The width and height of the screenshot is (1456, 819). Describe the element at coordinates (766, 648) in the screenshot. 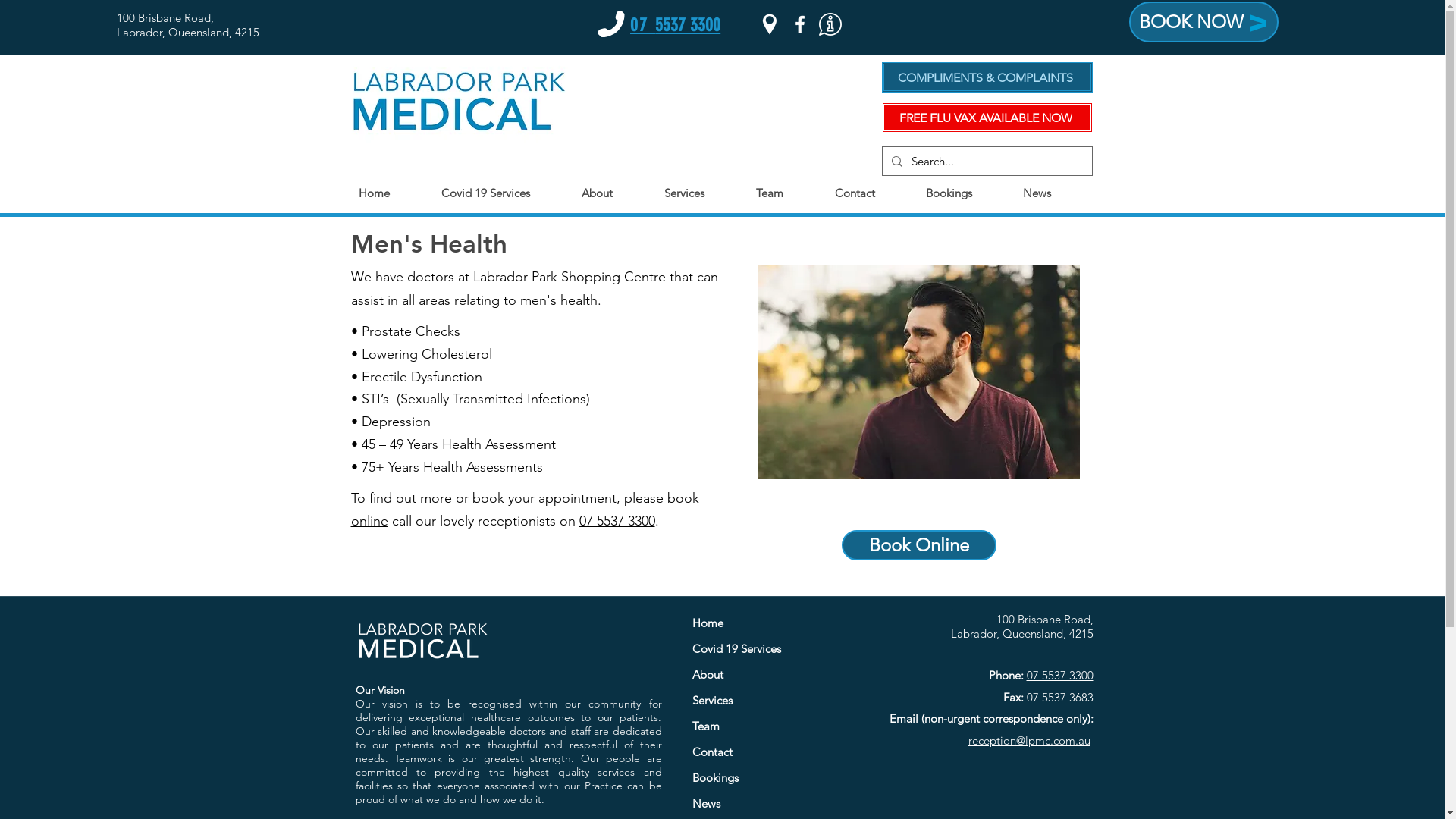

I see `'Covid 19 Services'` at that location.